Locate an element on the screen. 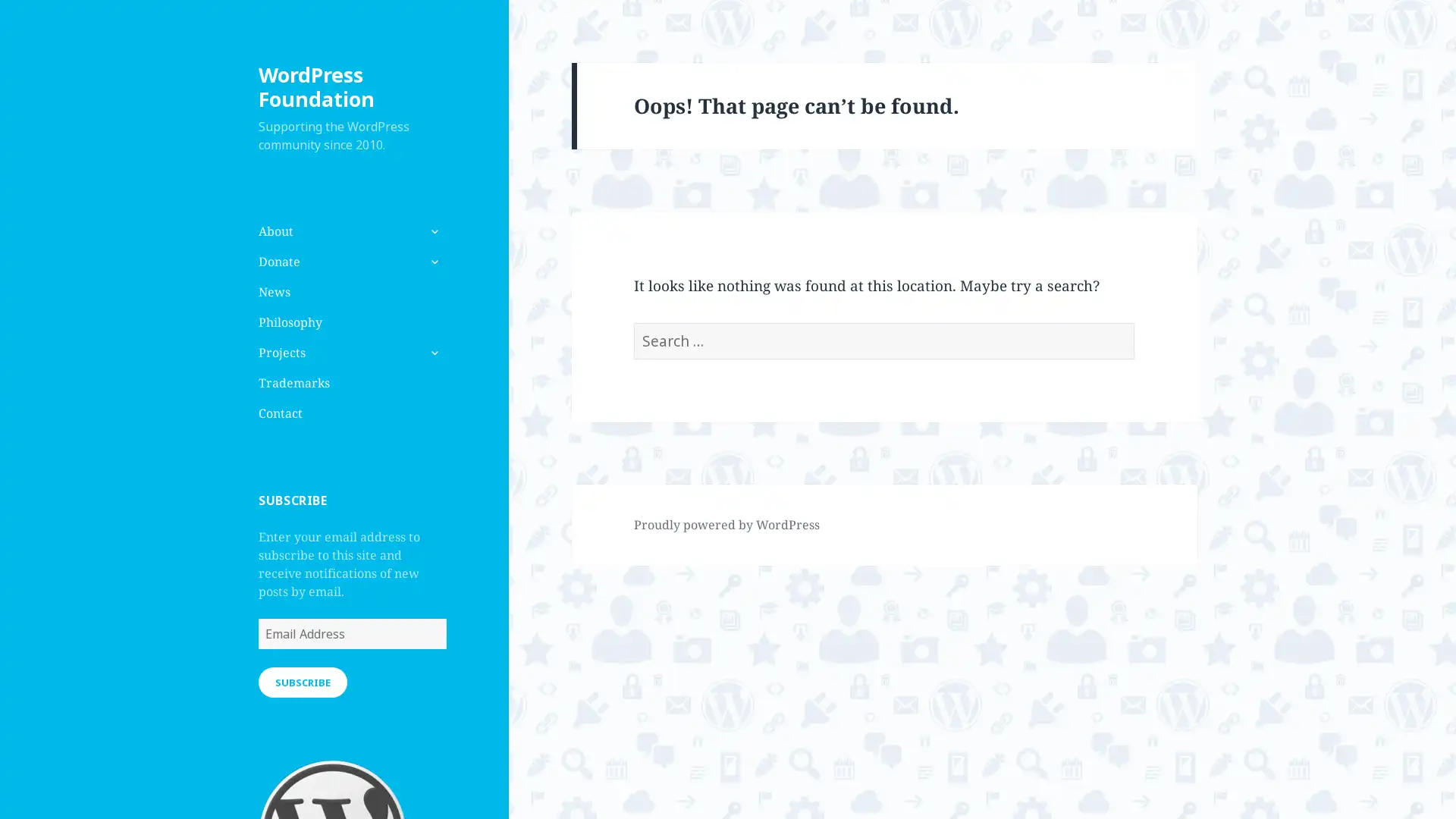  expand child menu is located at coordinates (432, 231).